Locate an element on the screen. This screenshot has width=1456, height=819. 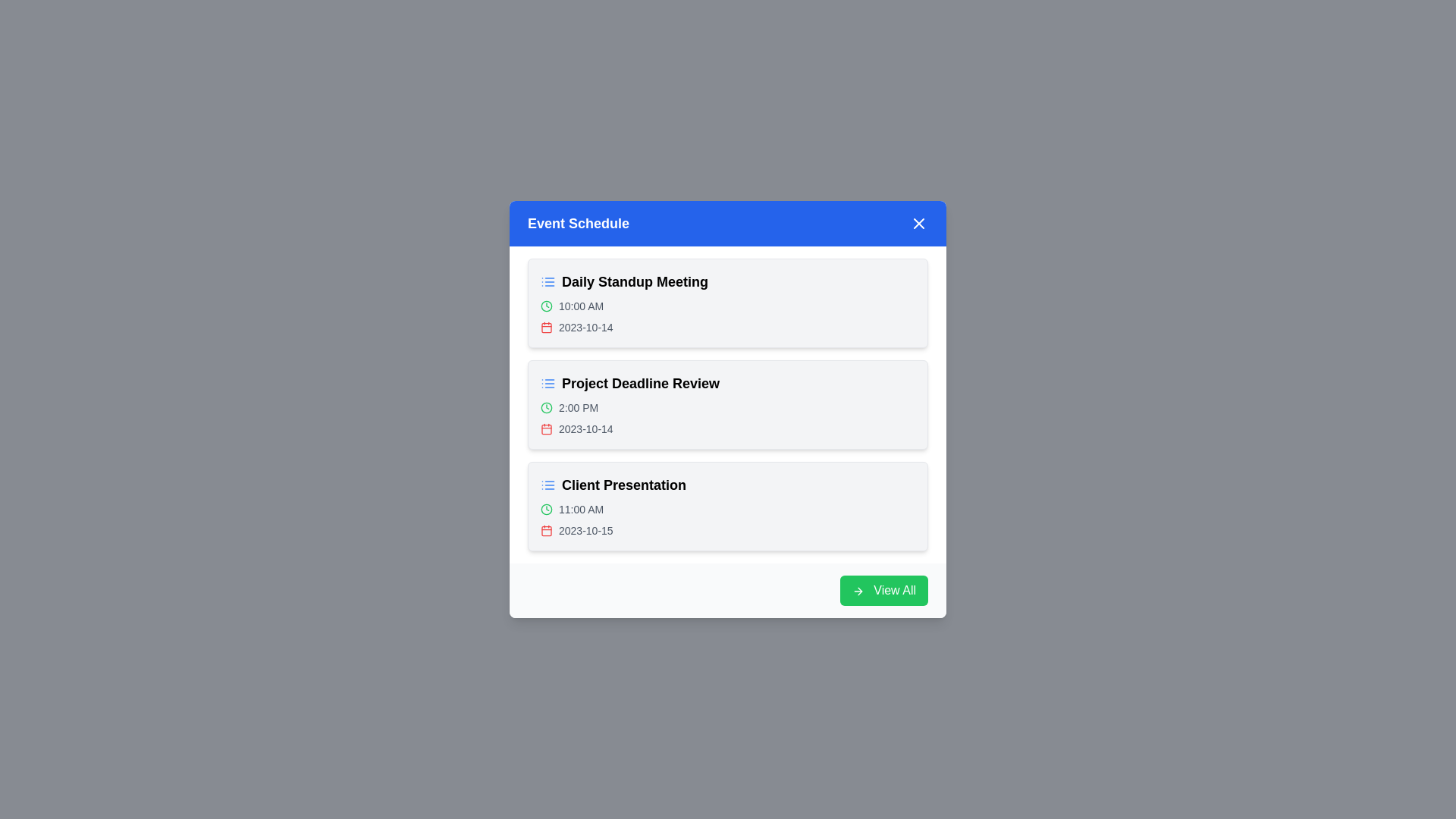
the decorative clock outline SVG circle that represents the time context for the 'Daily Standup Meeting' event in the 'Event Schedule' interface is located at coordinates (546, 509).